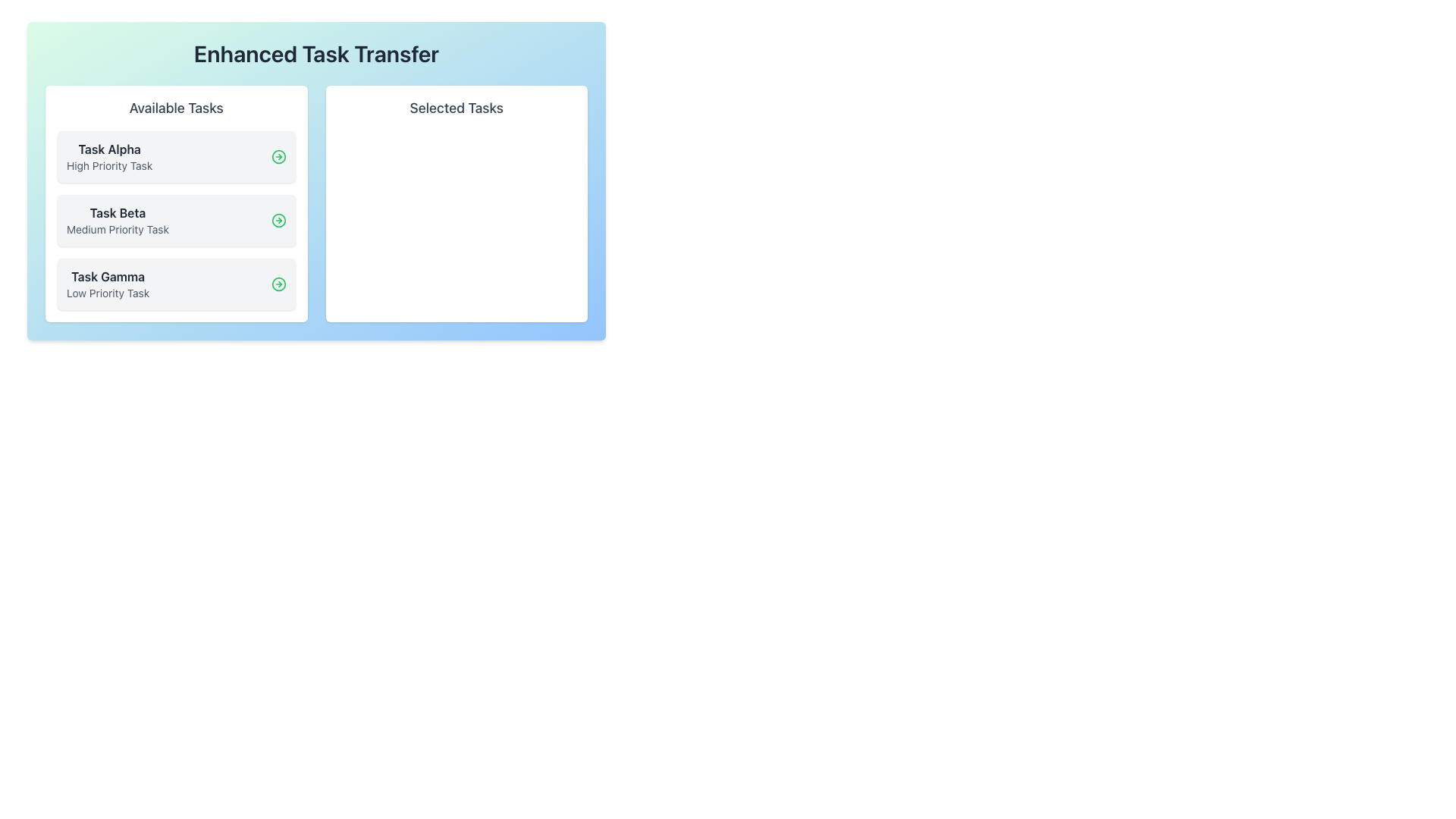 This screenshot has width=1456, height=819. Describe the element at coordinates (176, 157) in the screenshot. I see `the first task item labeled with its name and priority level from the 'Available Tasks' section` at that location.